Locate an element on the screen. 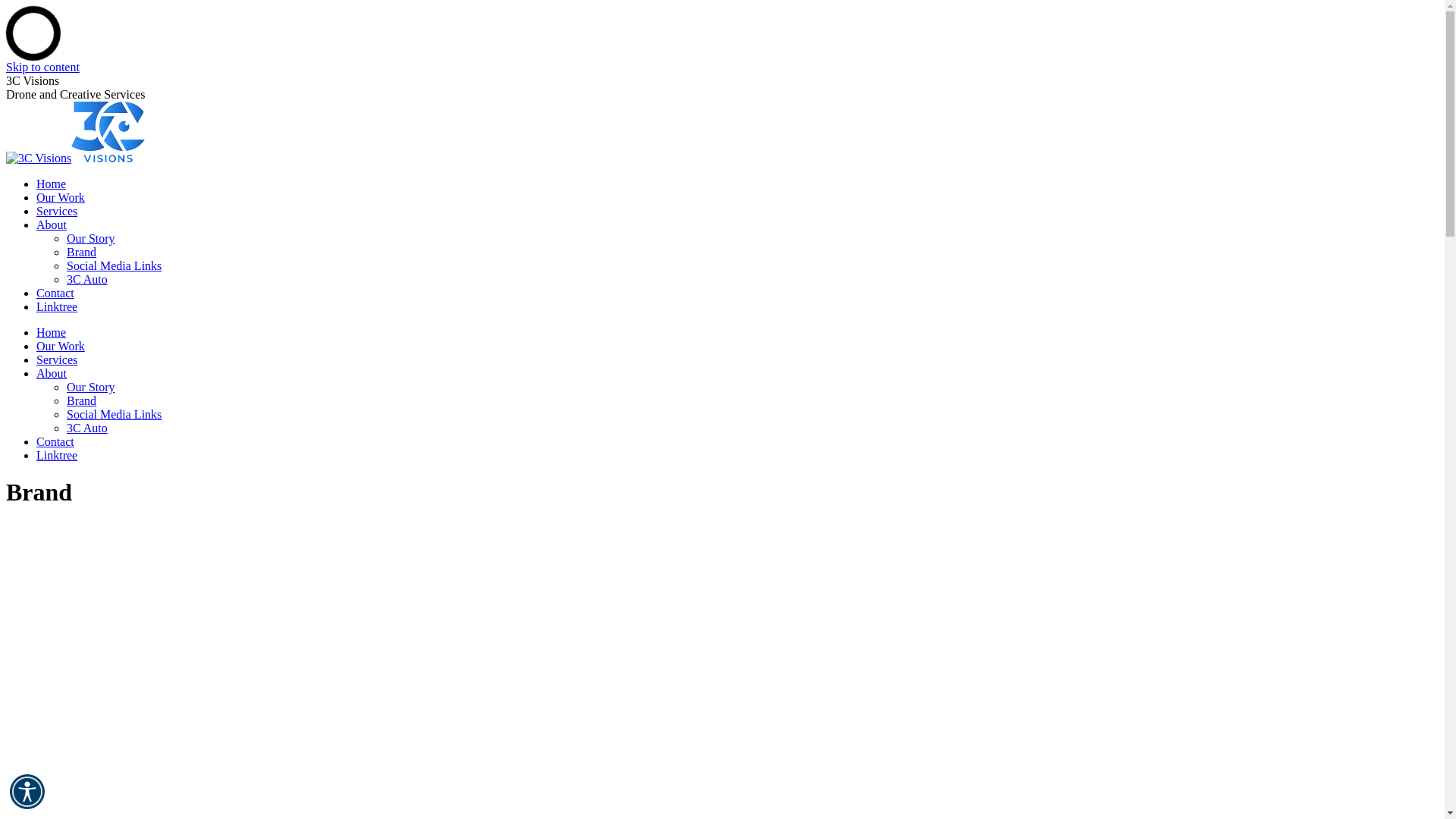 The height and width of the screenshot is (819, 1456). 'Linktree' is located at coordinates (57, 306).